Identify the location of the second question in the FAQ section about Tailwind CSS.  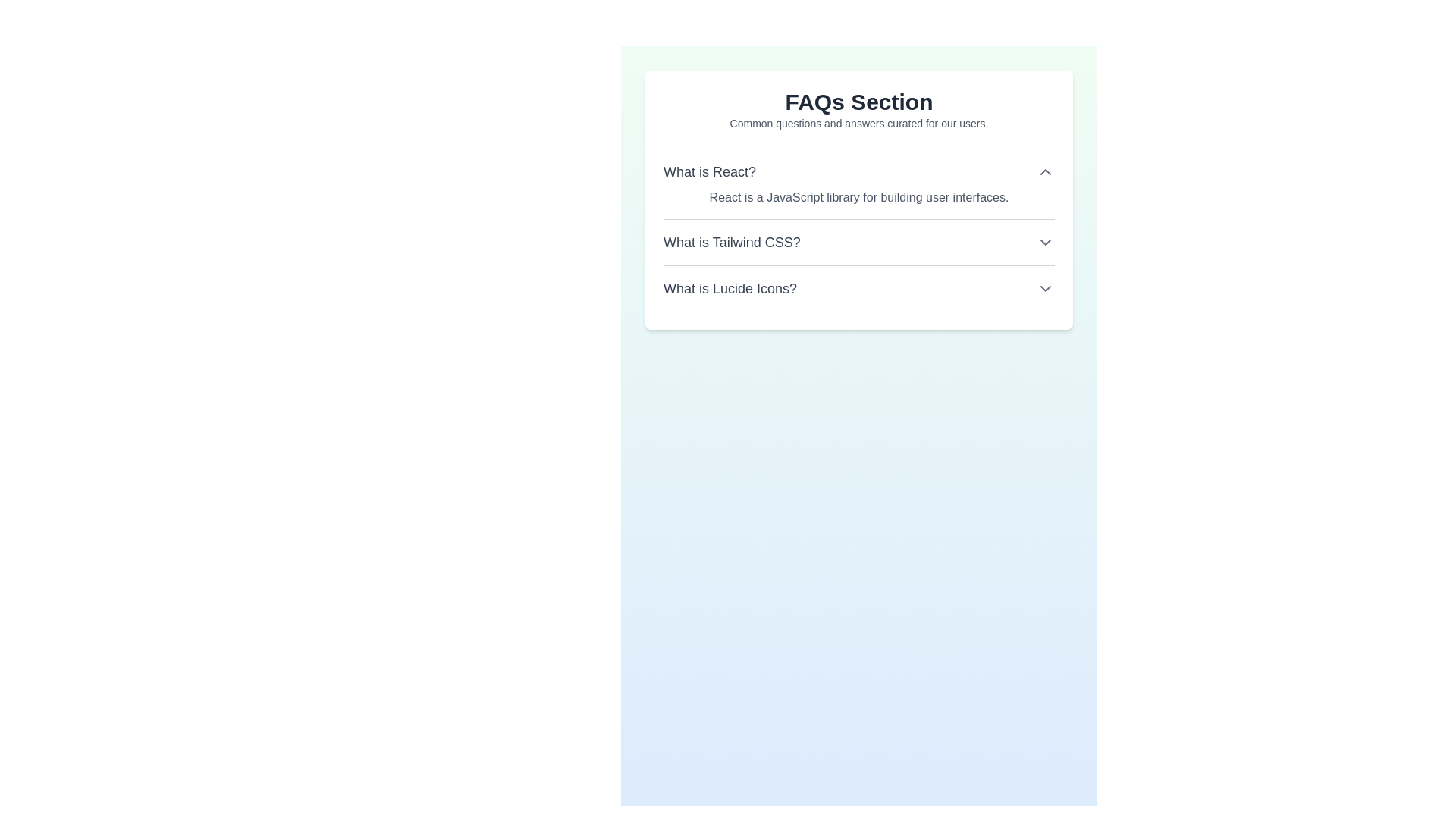
(858, 241).